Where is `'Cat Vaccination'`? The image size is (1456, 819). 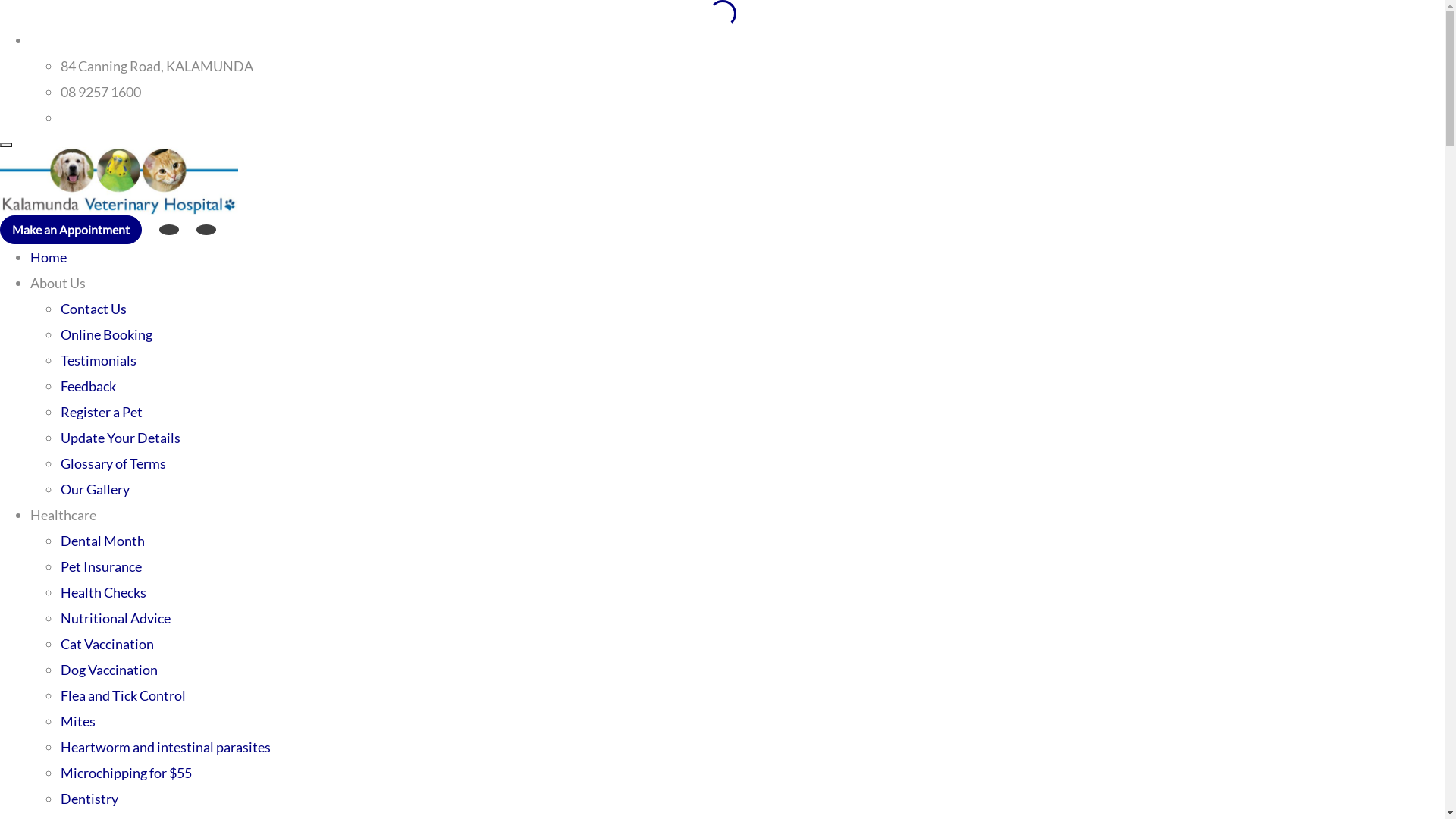
'Cat Vaccination' is located at coordinates (106, 643).